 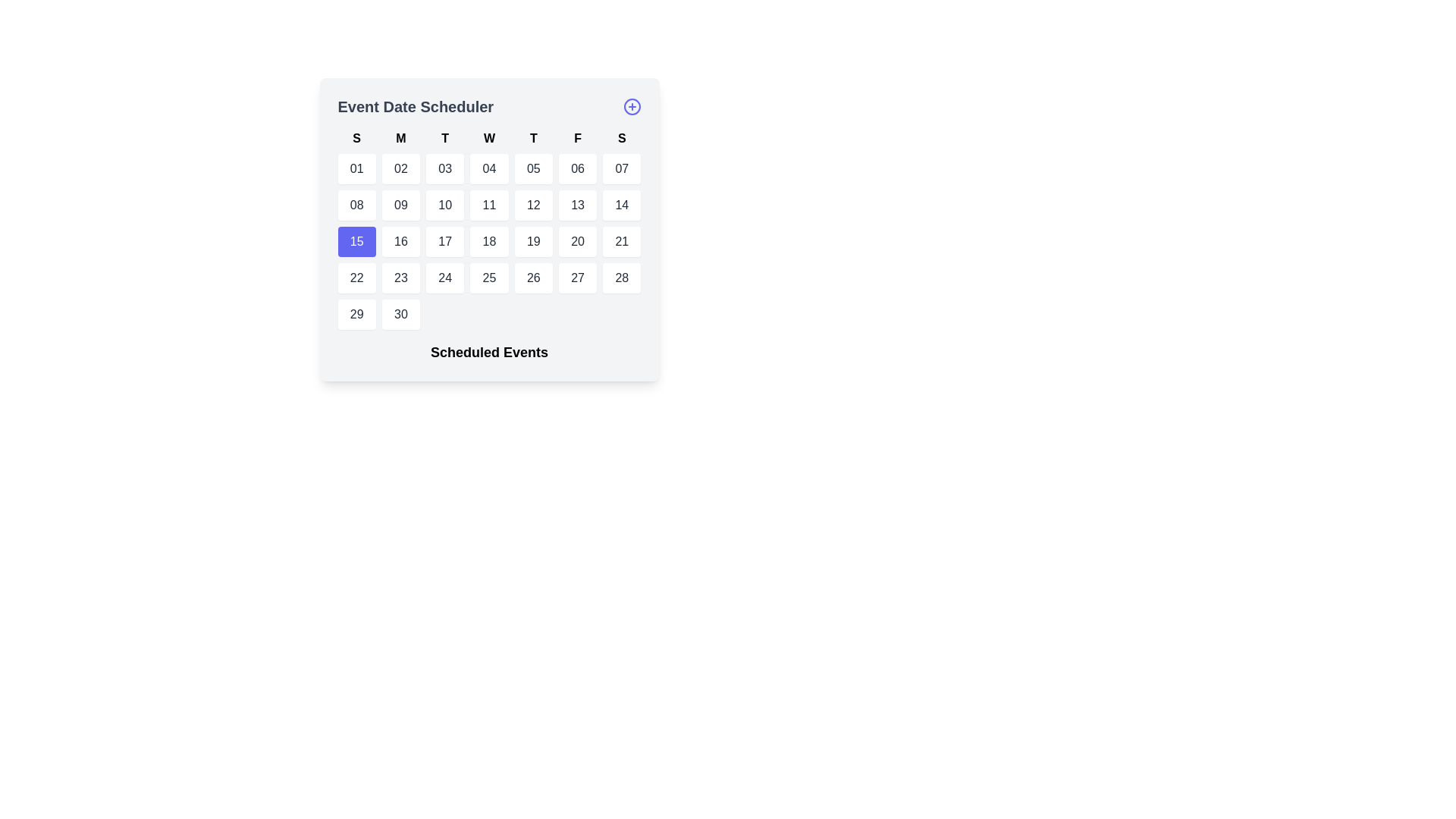 I want to click on the rectangular button with a white background, shadowed edges, and the text '08' in black, located in the second row and first column of the calendar layout, so click(x=356, y=205).